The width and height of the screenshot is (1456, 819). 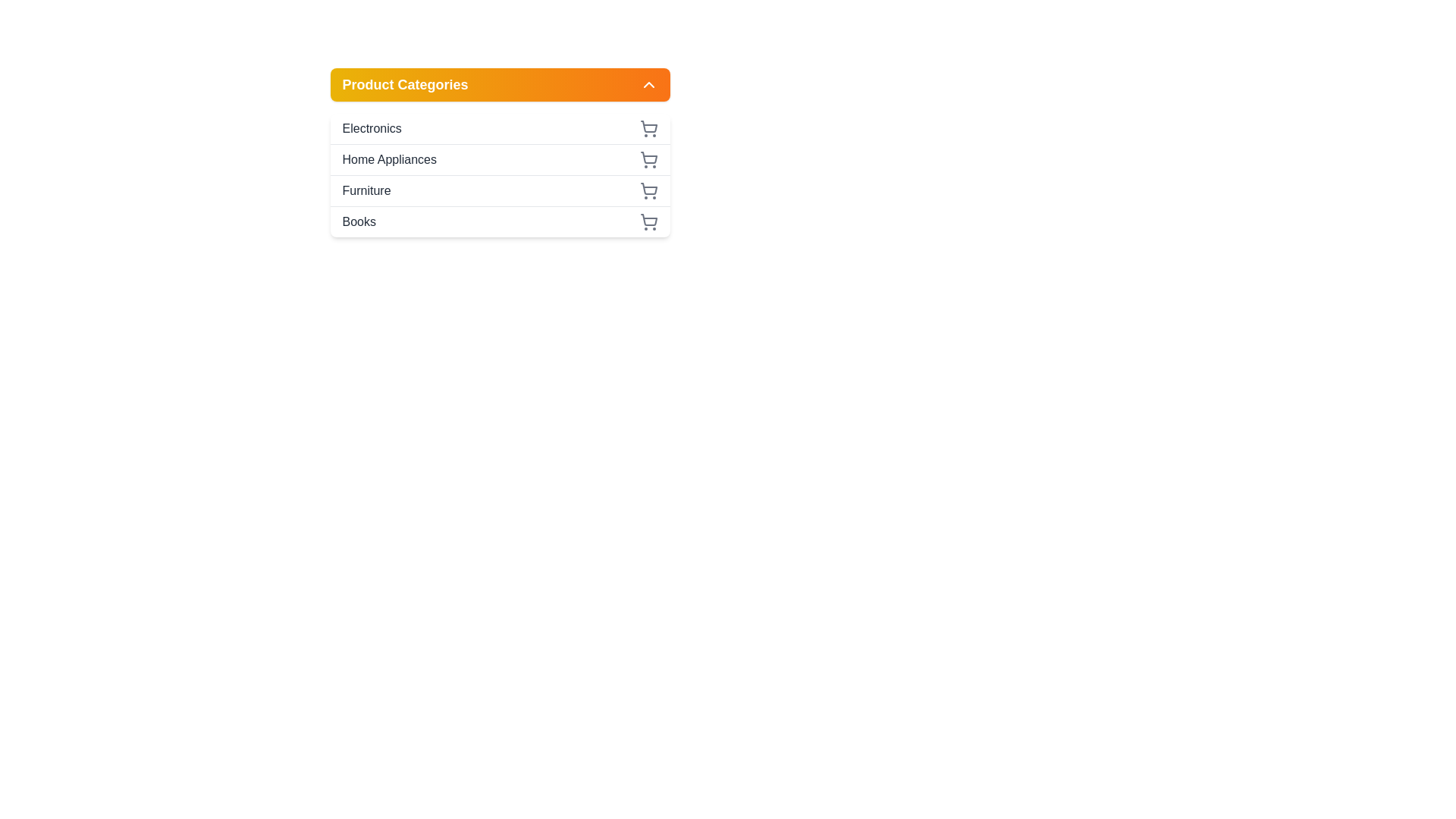 I want to click on the 'Books' category option in the list of categories, so click(x=500, y=221).